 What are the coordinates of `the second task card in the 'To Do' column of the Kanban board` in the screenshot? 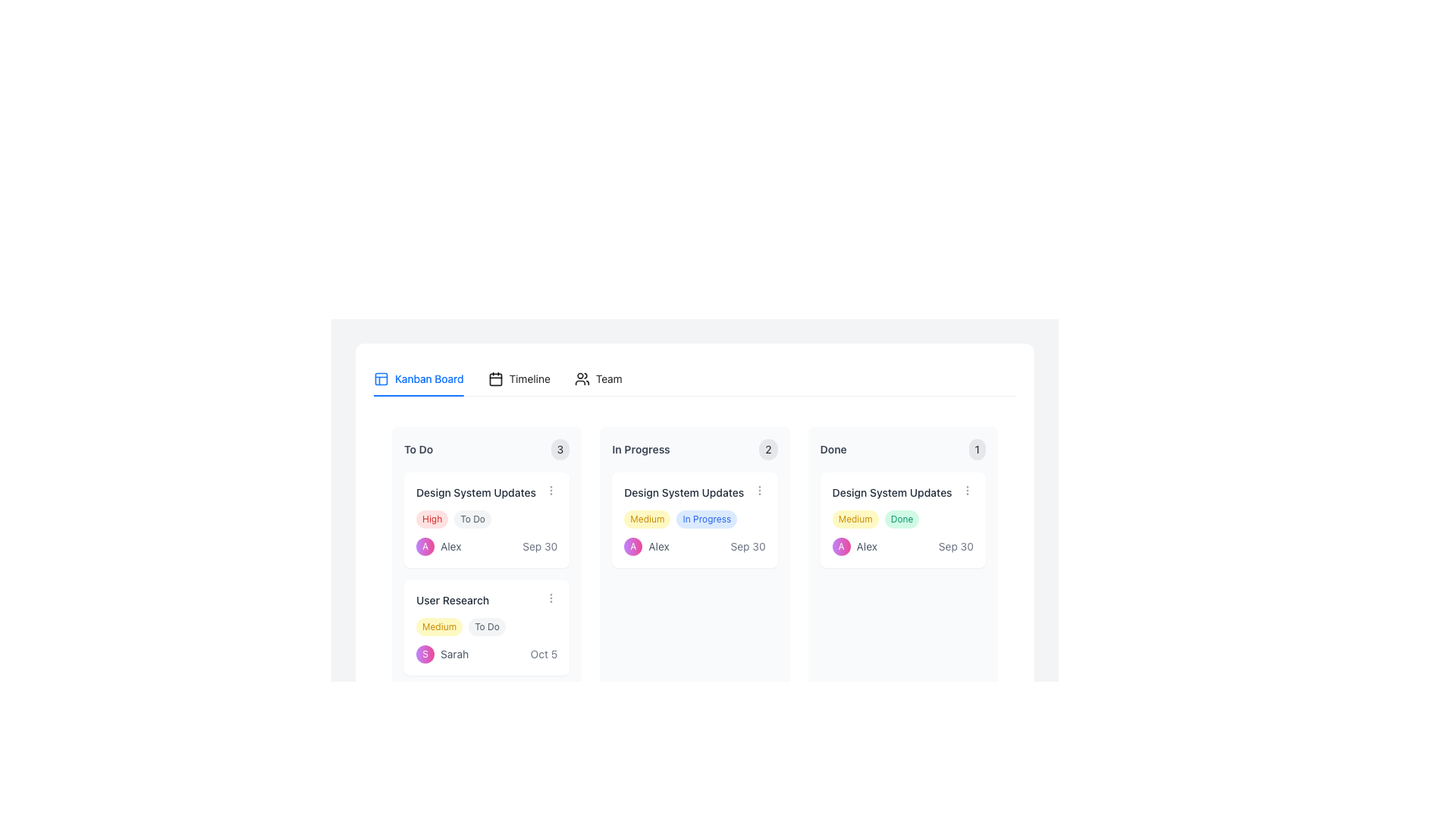 It's located at (487, 628).